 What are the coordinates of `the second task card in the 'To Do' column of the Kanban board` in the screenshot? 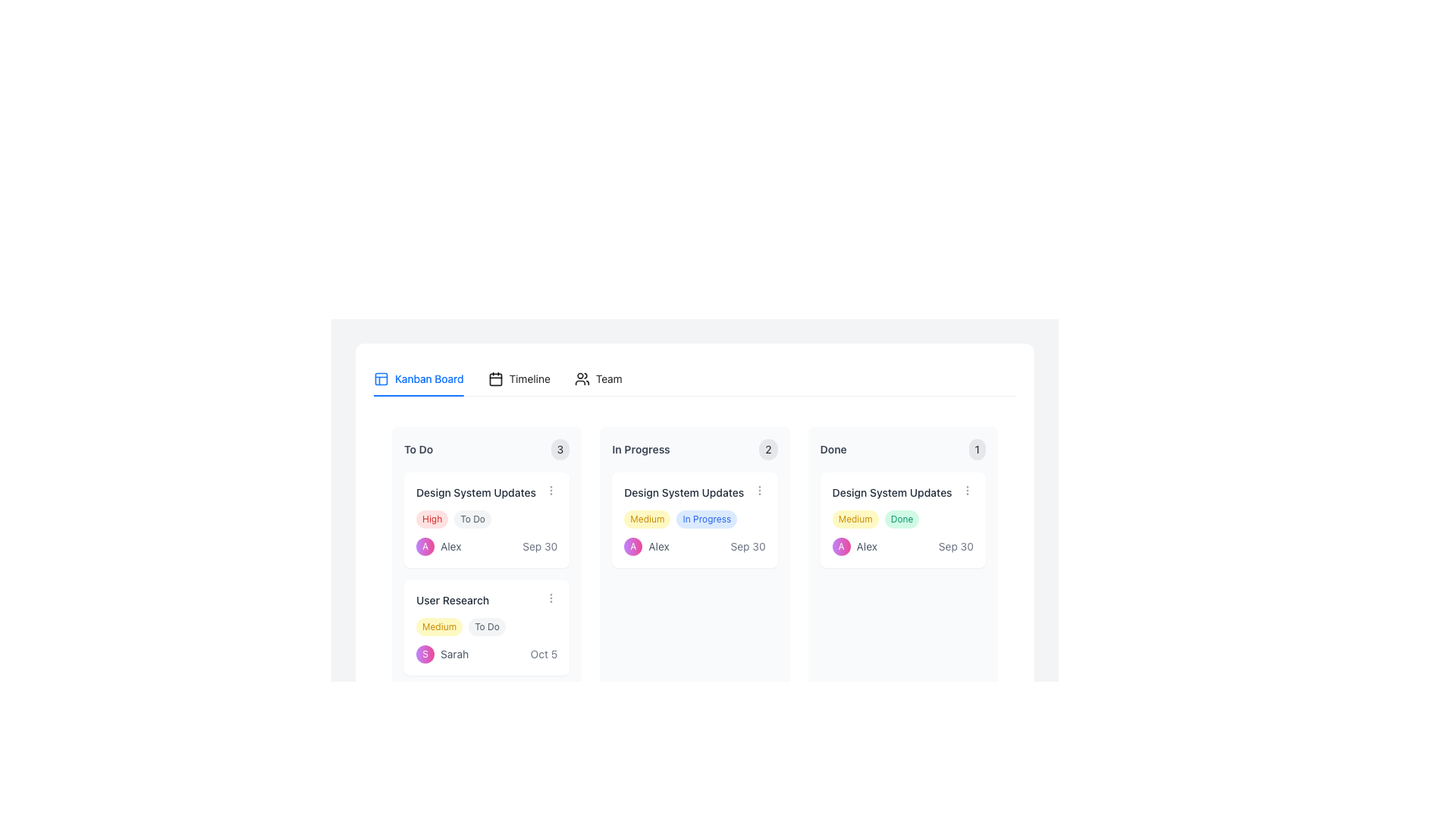 It's located at (487, 628).